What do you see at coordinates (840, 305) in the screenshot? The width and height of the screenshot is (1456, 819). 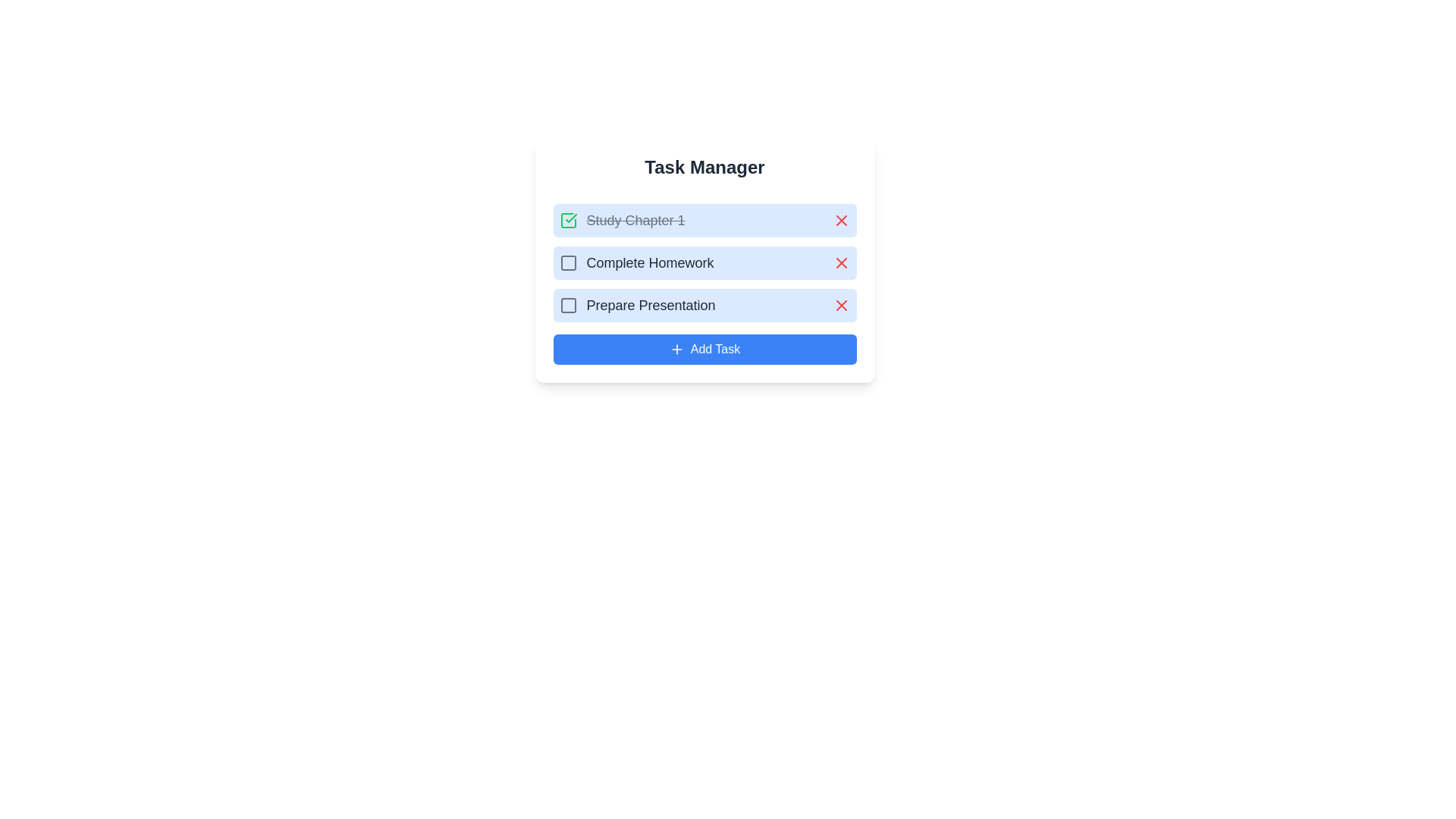 I see `the delete icon button located to the right of the 'Prepare Presentation' task in the task manager interface` at bounding box center [840, 305].